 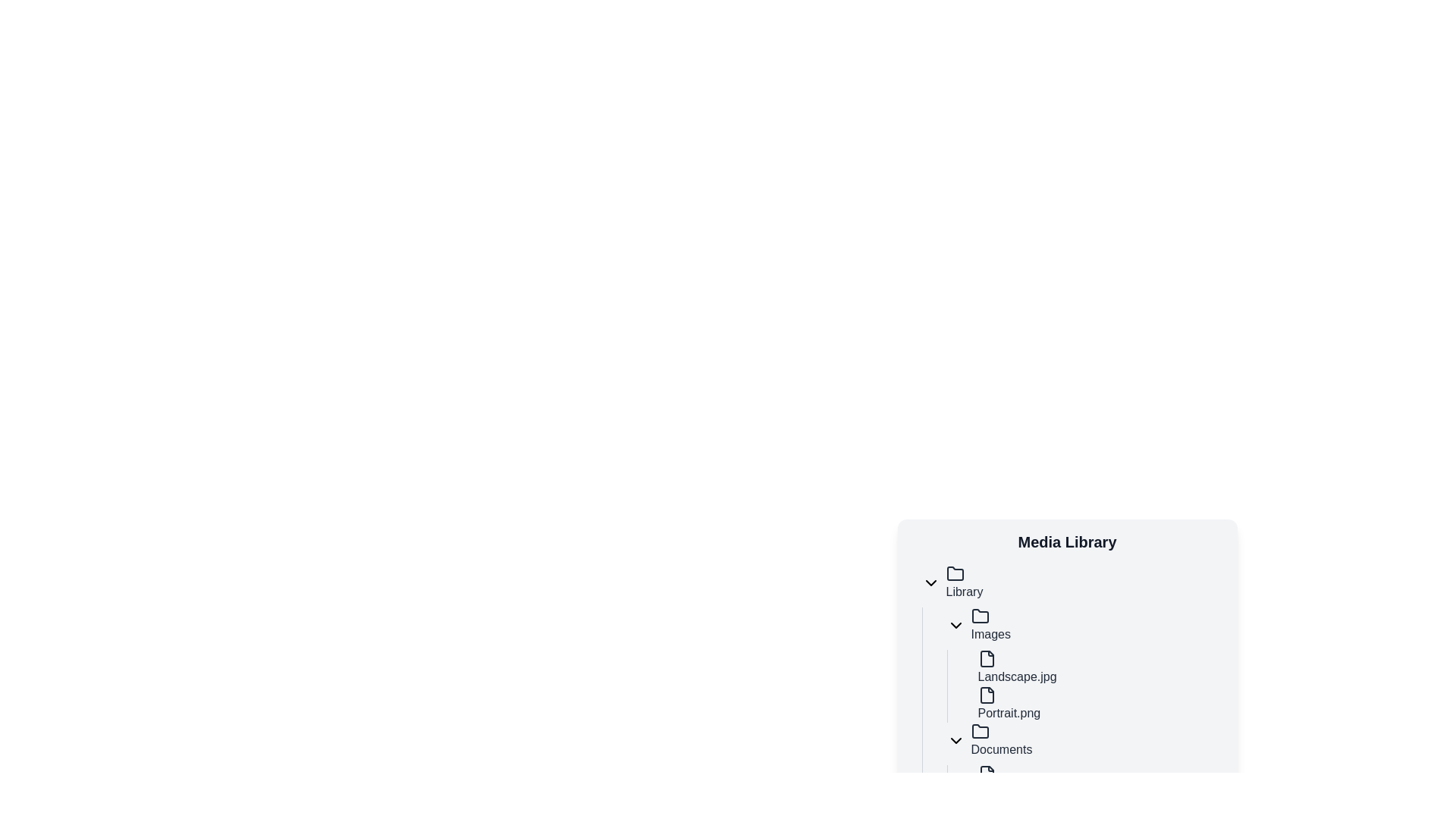 I want to click on the folder icon representing the 'Images' node within the 'Media Library' UI, so click(x=980, y=616).